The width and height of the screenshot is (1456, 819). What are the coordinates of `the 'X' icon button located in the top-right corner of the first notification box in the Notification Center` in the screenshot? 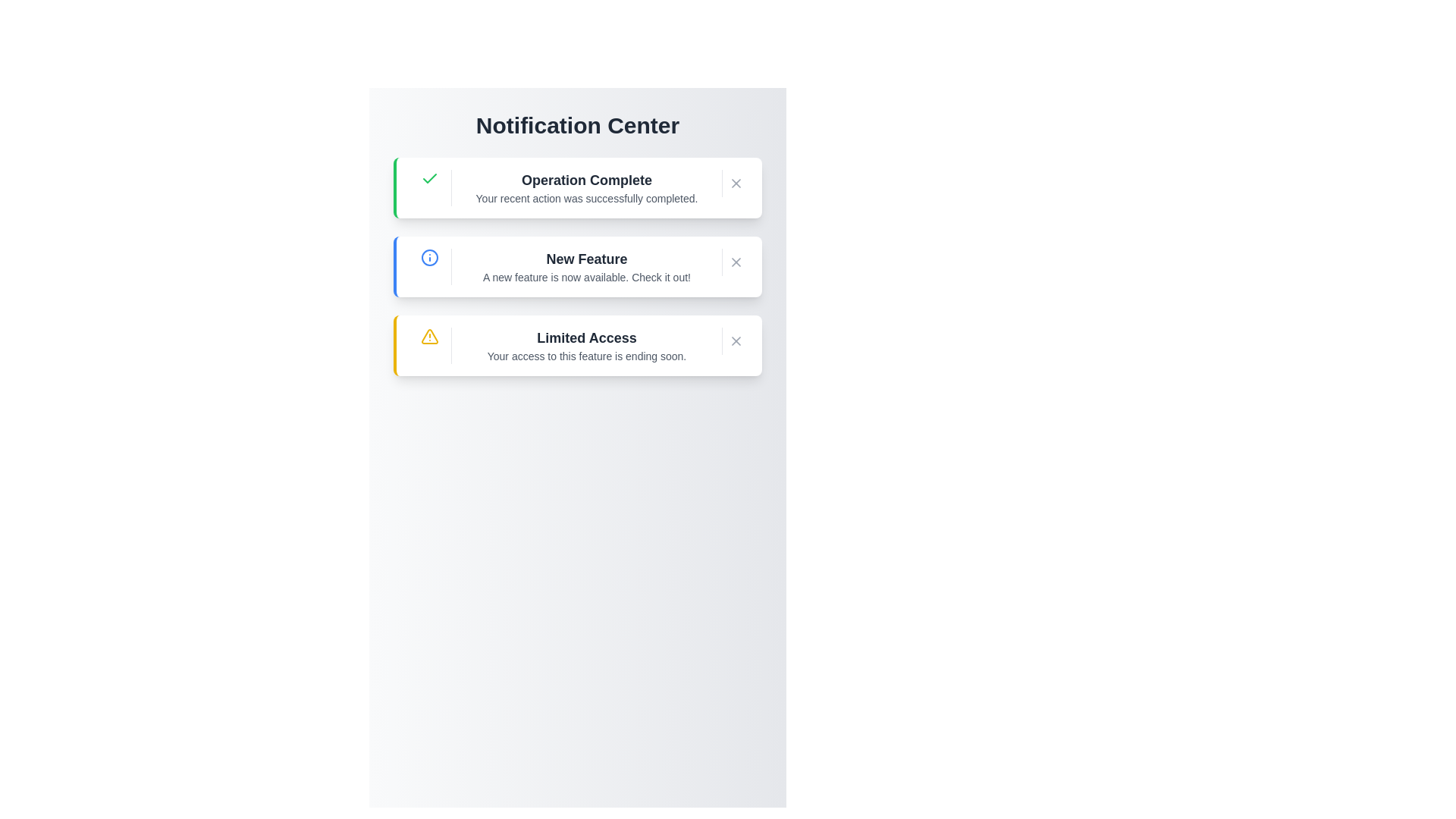 It's located at (736, 183).